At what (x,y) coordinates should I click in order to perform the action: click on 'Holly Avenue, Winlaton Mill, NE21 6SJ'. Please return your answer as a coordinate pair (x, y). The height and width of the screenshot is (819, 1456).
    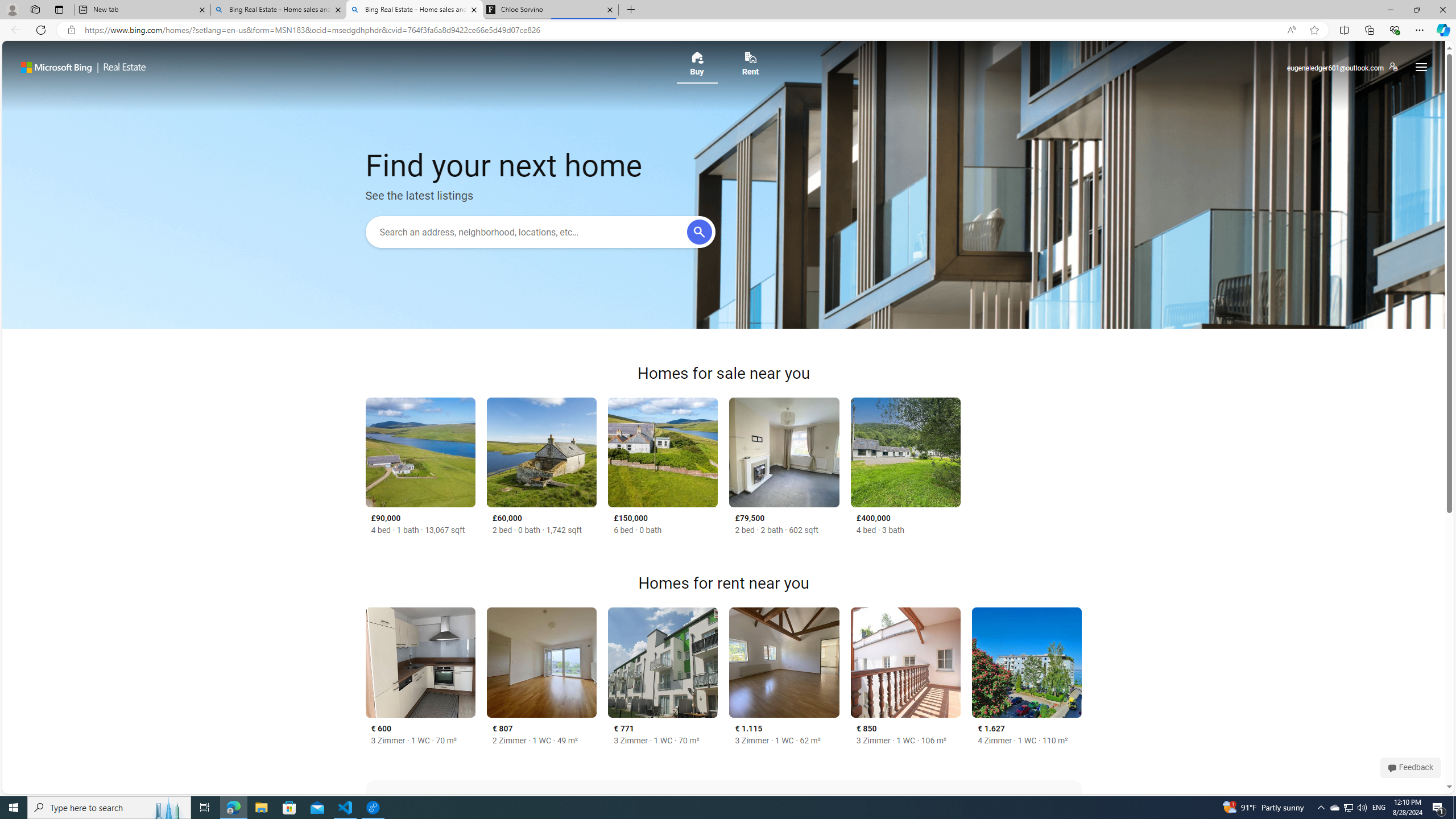
    Looking at the image, I should click on (784, 452).